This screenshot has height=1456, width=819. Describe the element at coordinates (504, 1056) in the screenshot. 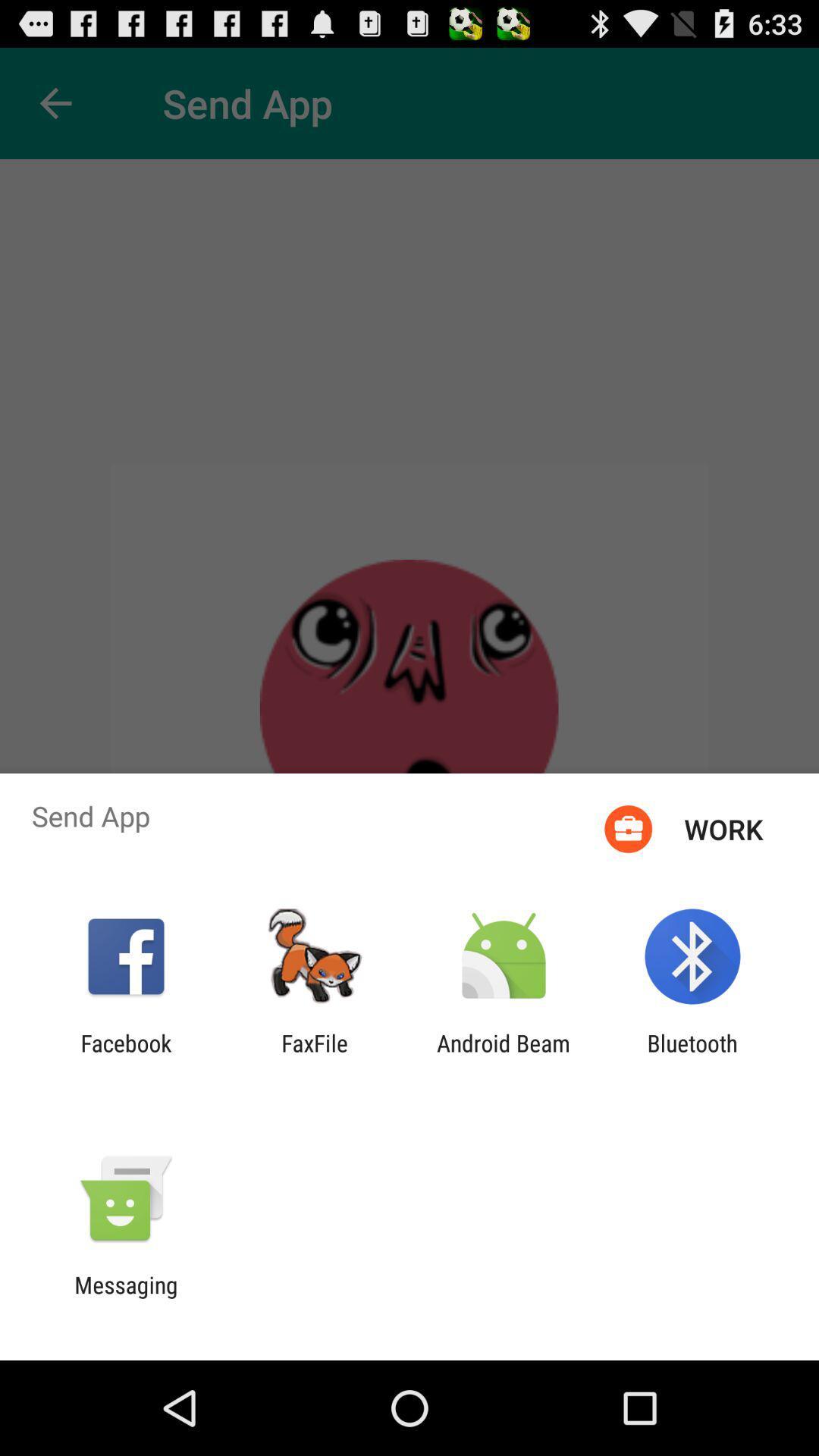

I see `icon to the right of faxfile item` at that location.